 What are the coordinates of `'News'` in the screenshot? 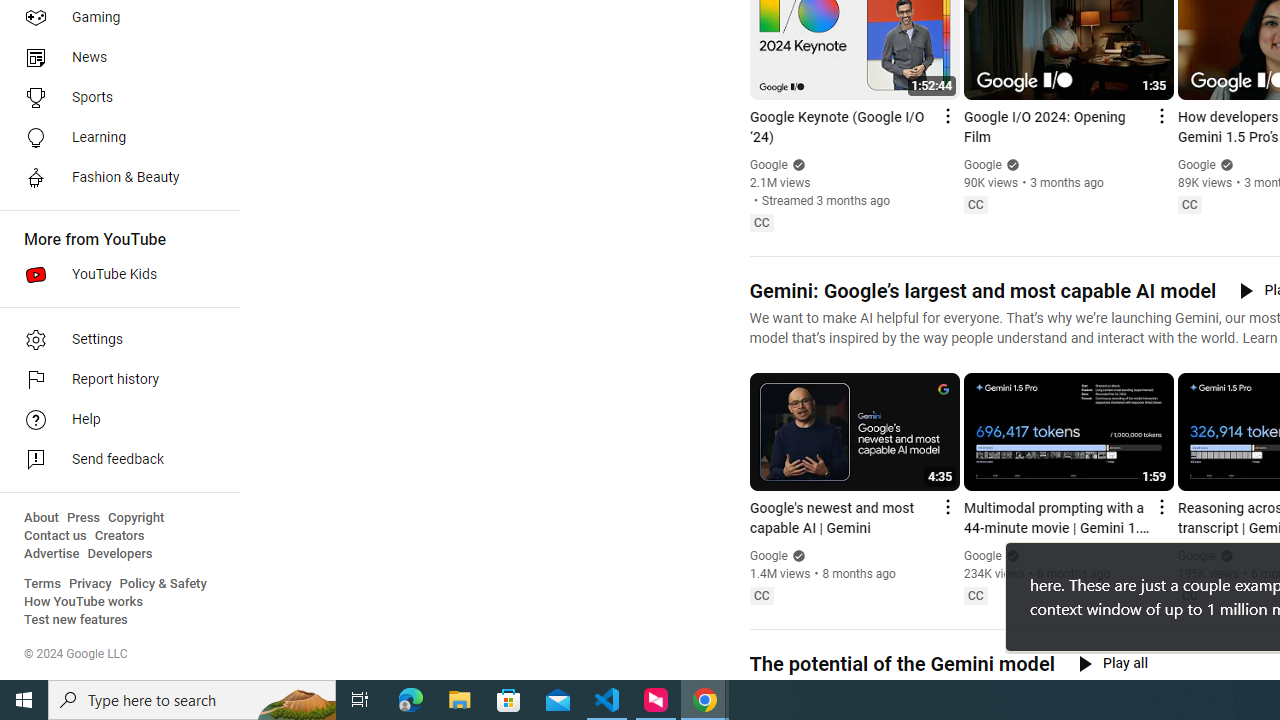 It's located at (112, 56).